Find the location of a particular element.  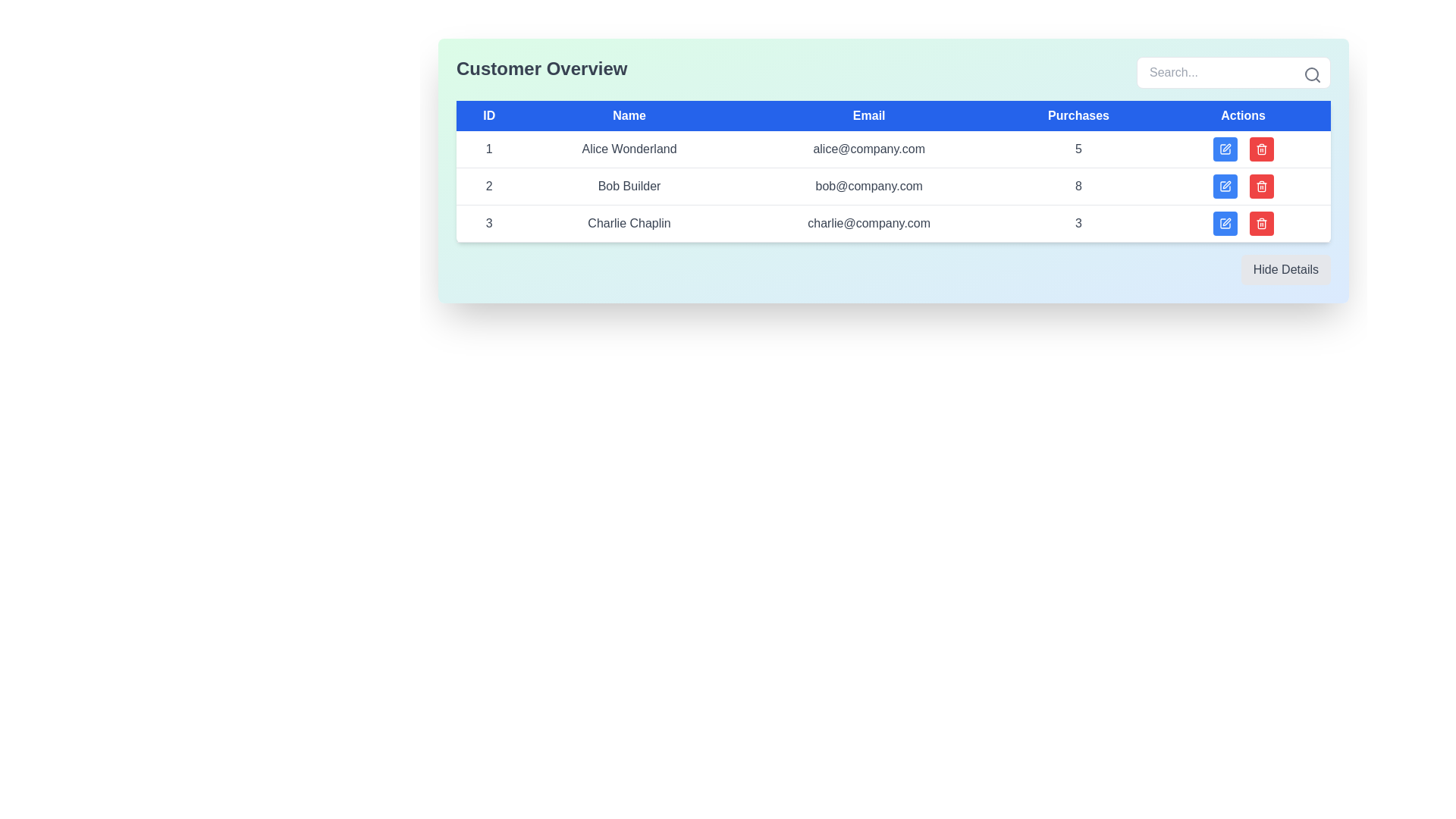

the delete button with icon located at the far right of the table row is located at coordinates (1261, 223).